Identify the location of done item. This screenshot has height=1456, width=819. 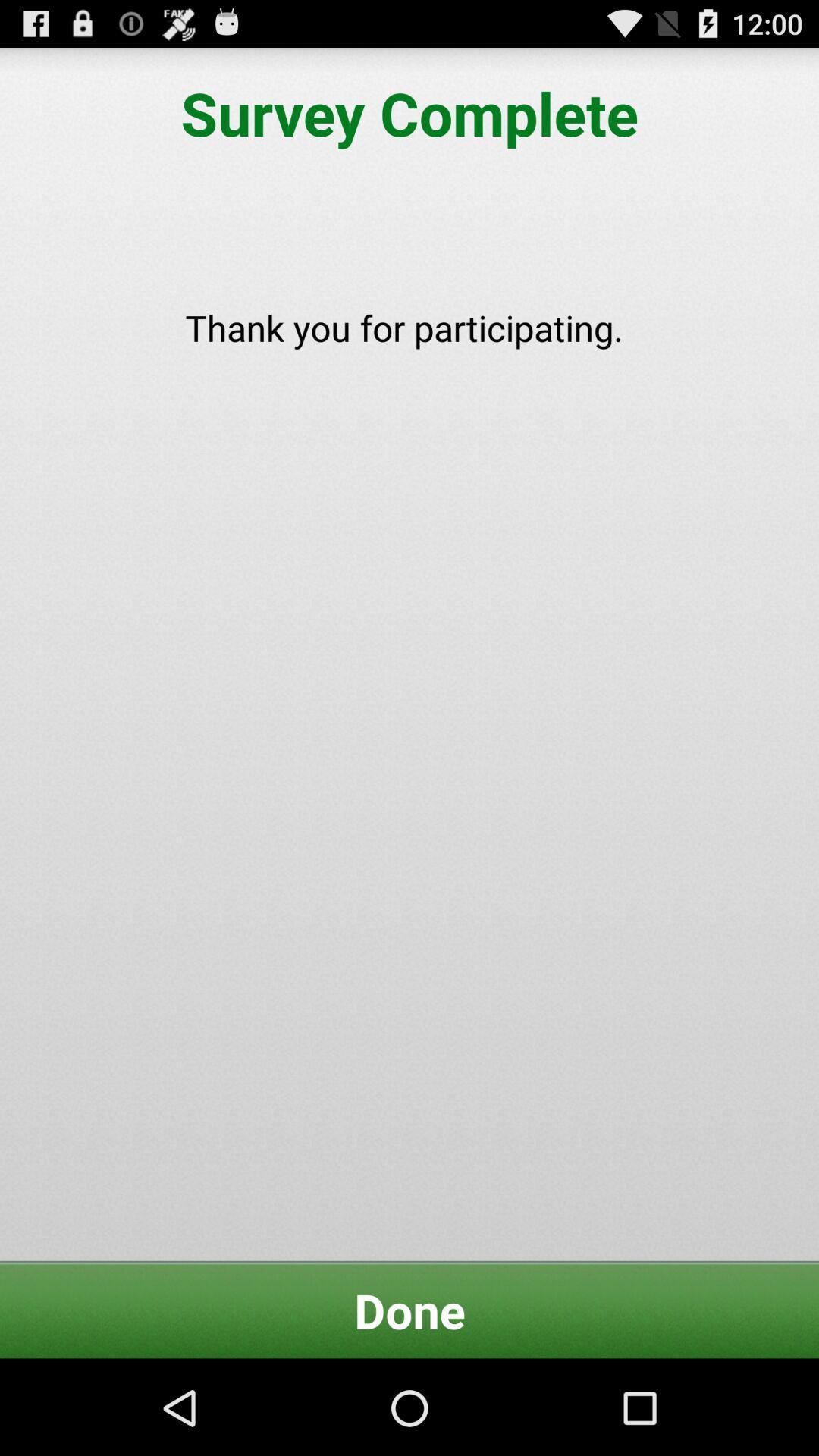
(409, 1310).